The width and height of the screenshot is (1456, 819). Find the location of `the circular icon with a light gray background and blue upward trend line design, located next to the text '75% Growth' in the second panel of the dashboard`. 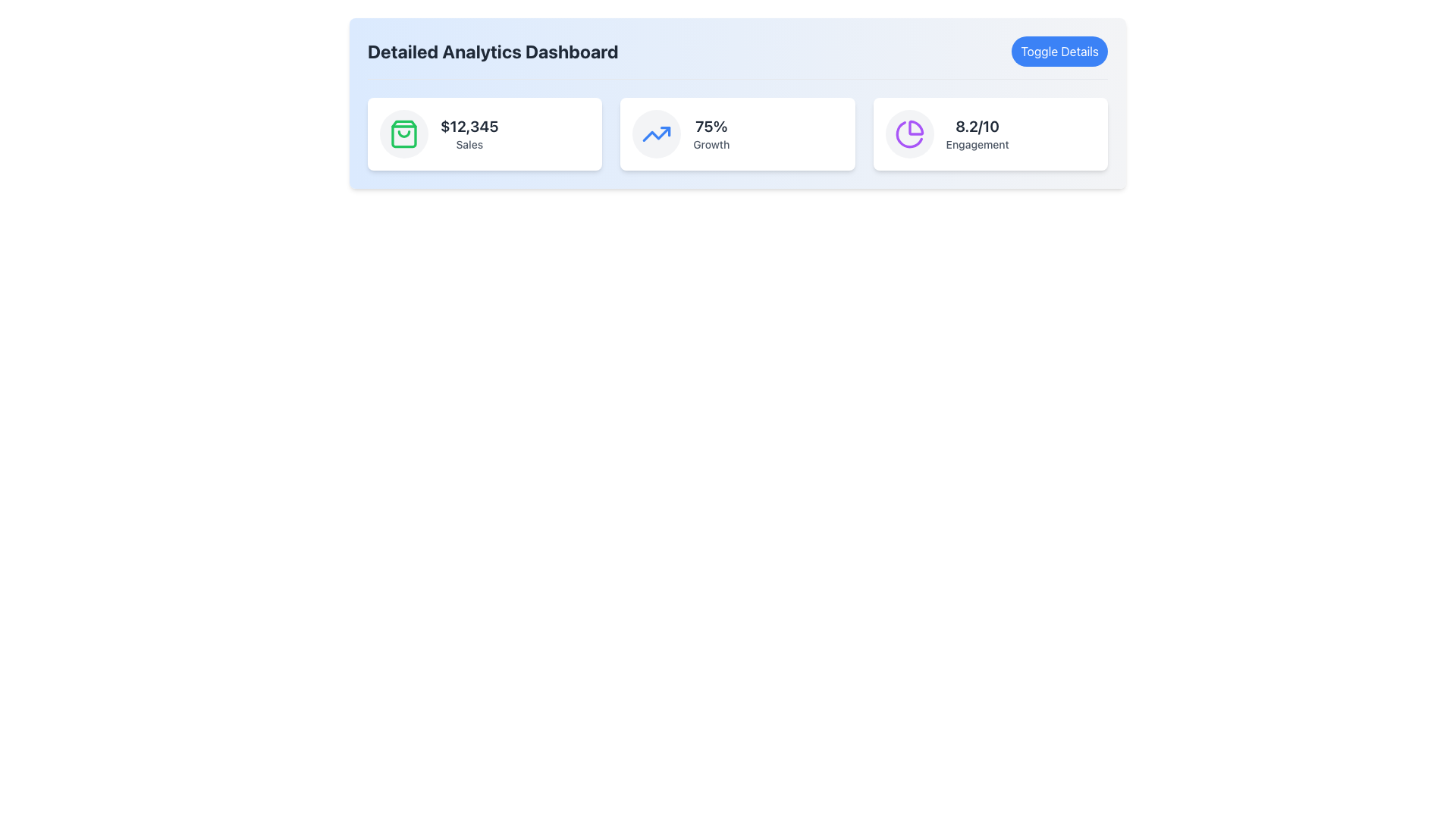

the circular icon with a light gray background and blue upward trend line design, located next to the text '75% Growth' in the second panel of the dashboard is located at coordinates (657, 133).